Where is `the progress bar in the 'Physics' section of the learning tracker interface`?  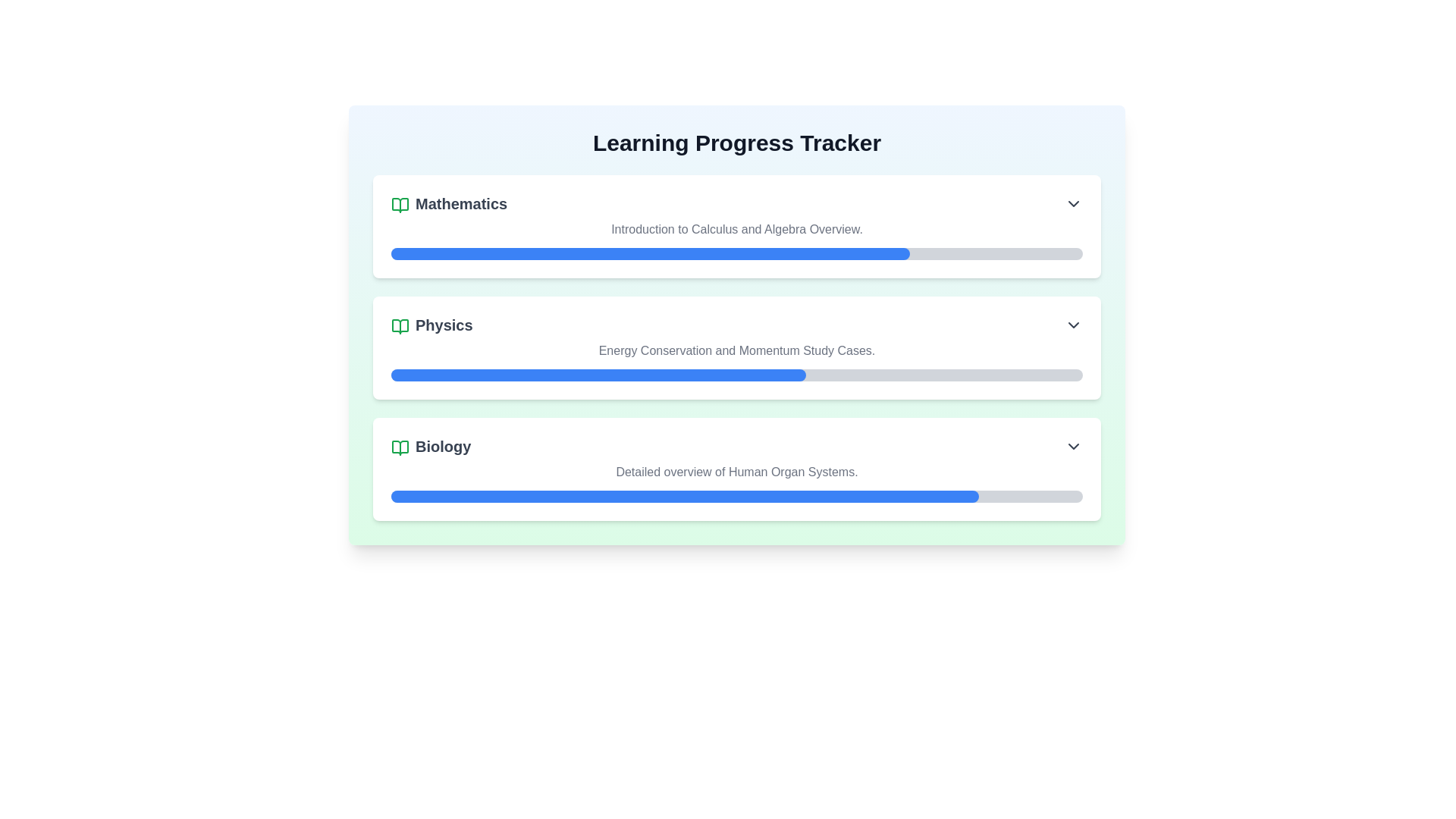
the progress bar in the 'Physics' section of the learning tracker interface is located at coordinates (736, 362).